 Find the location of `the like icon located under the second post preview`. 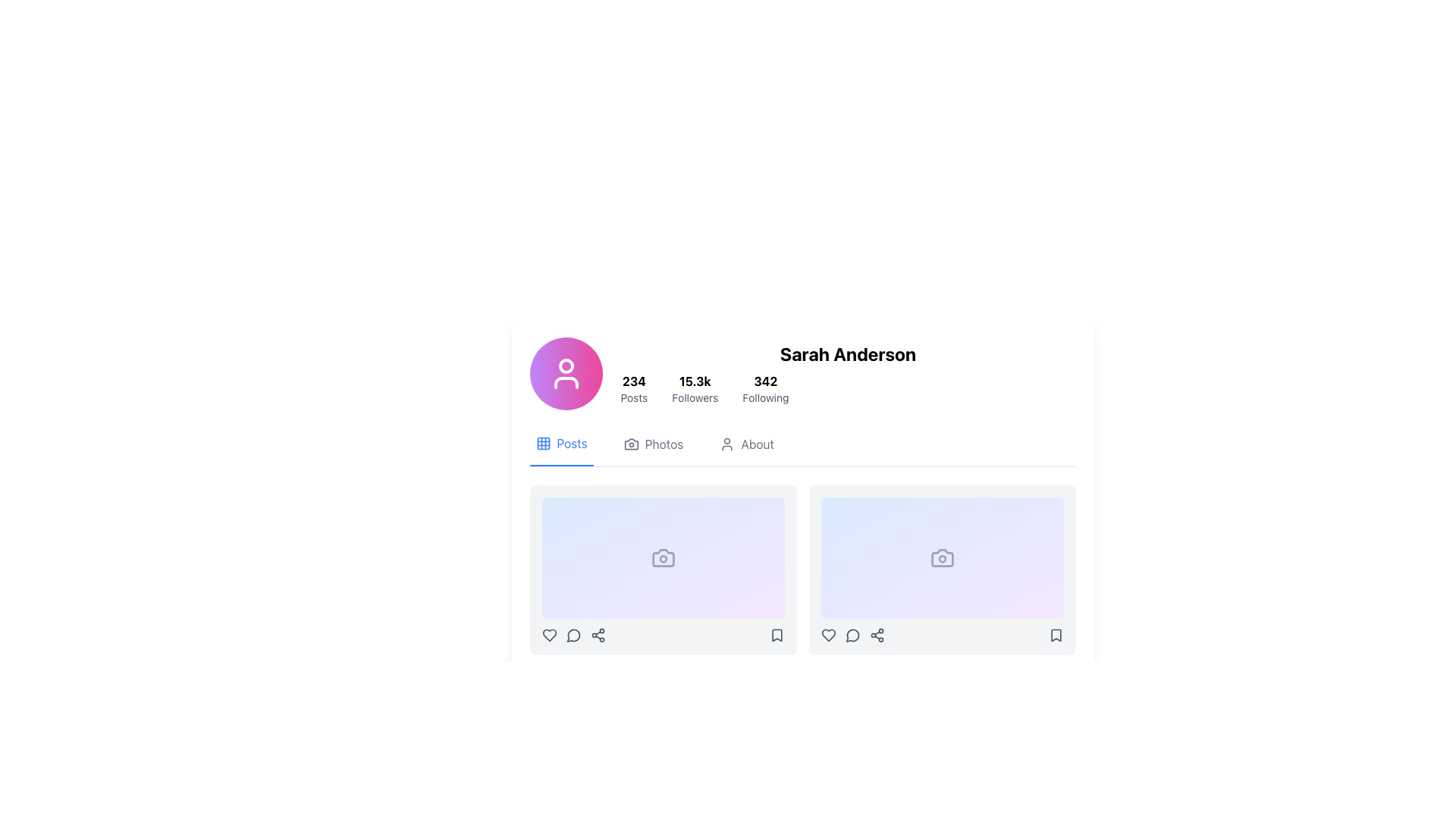

the like icon located under the second post preview is located at coordinates (827, 635).